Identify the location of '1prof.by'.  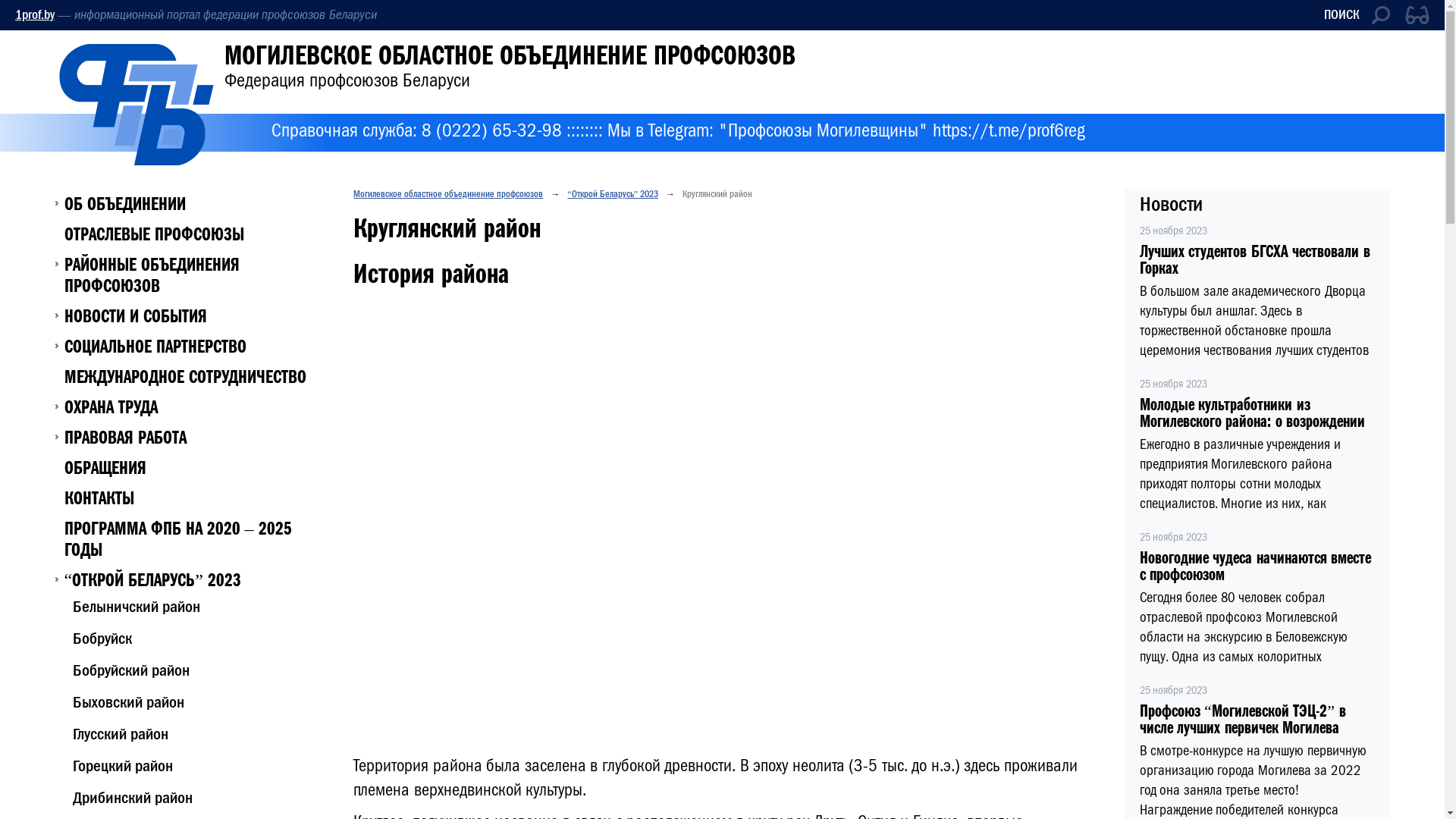
(35, 14).